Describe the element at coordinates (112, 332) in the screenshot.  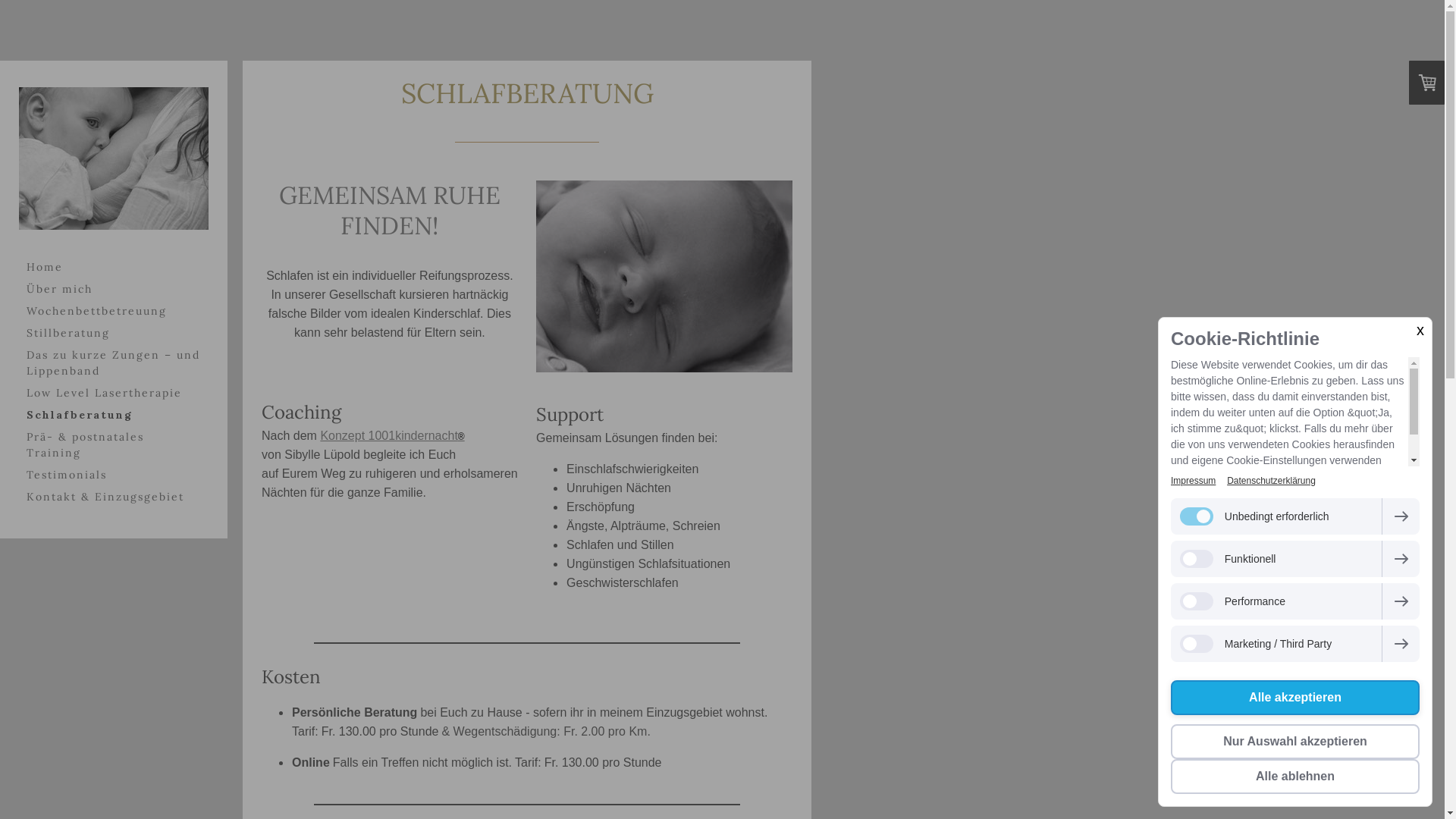
I see `'Stillberatung'` at that location.